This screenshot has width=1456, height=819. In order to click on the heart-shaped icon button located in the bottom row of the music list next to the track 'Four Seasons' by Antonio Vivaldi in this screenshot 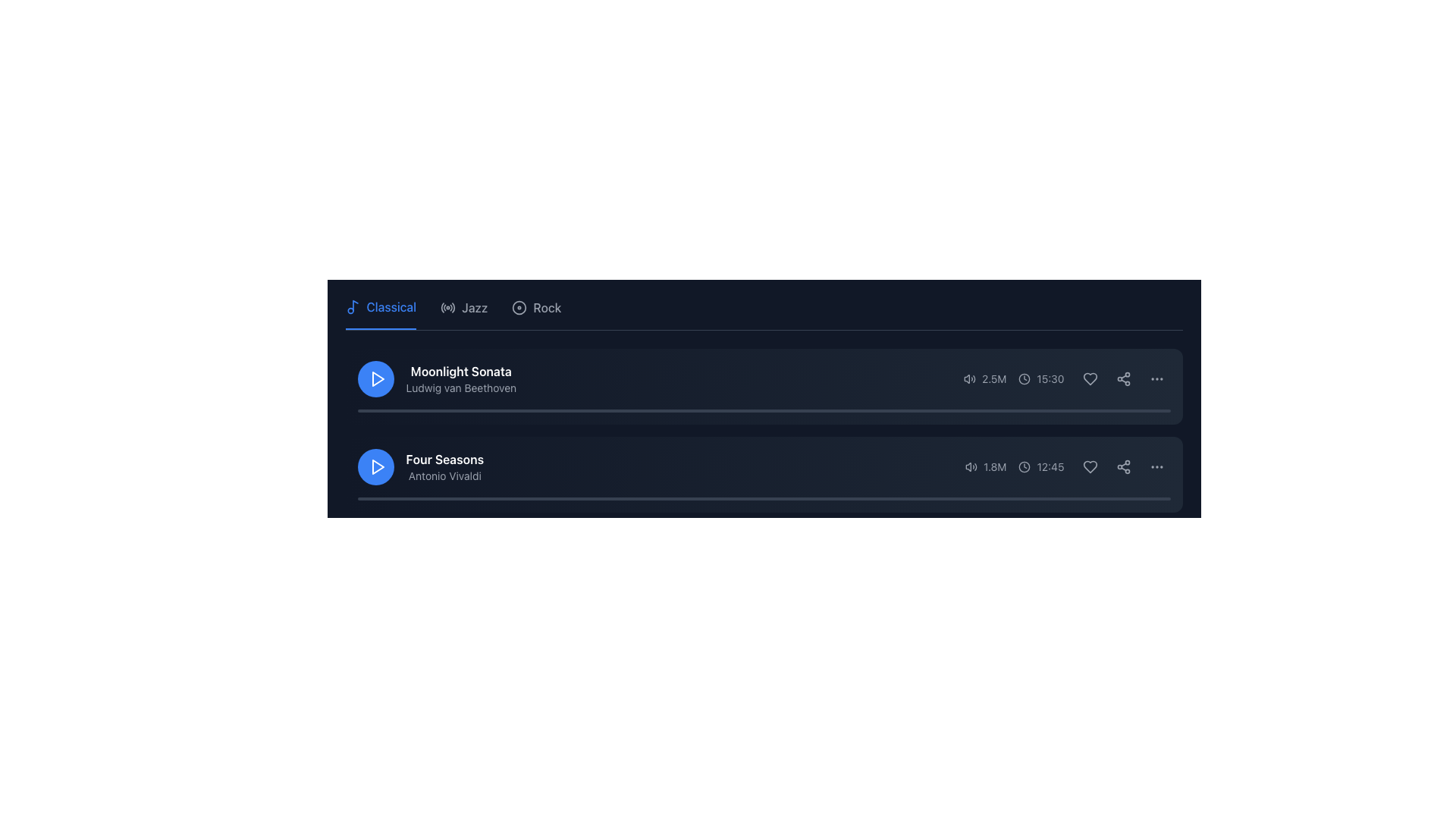, I will do `click(1089, 466)`.